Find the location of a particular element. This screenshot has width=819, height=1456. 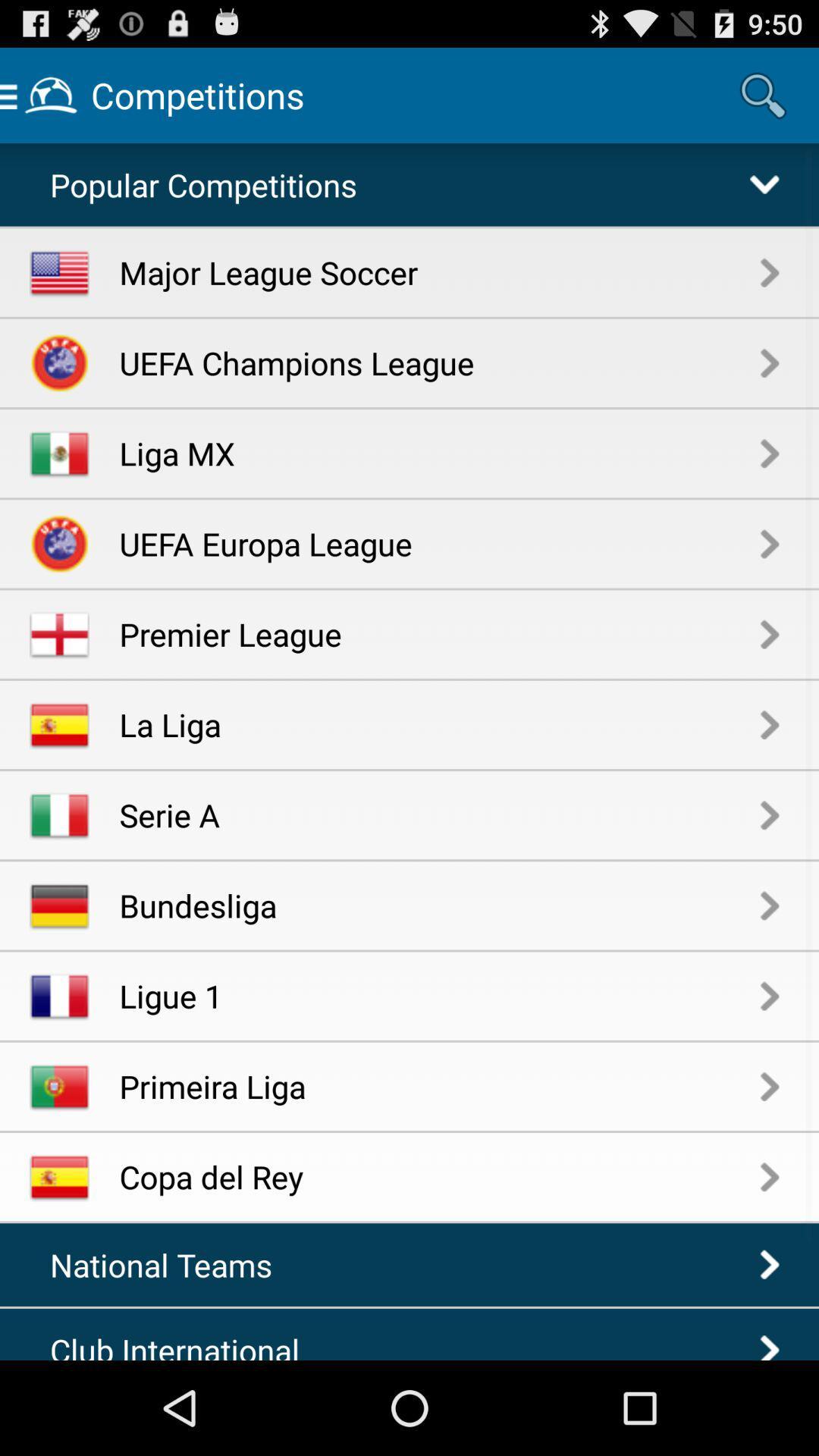

la liga item is located at coordinates (440, 723).